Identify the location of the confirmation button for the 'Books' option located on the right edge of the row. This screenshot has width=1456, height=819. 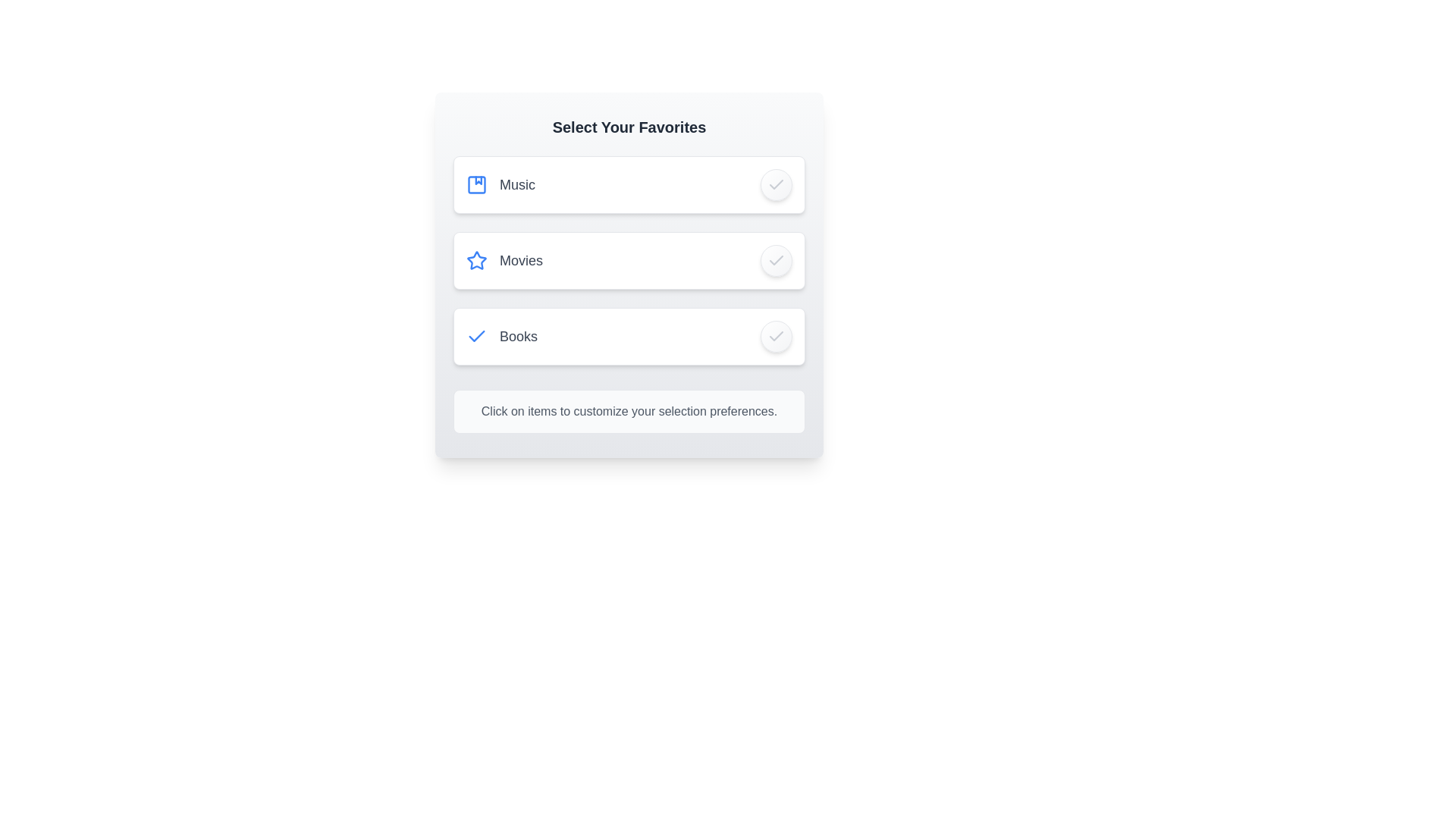
(776, 335).